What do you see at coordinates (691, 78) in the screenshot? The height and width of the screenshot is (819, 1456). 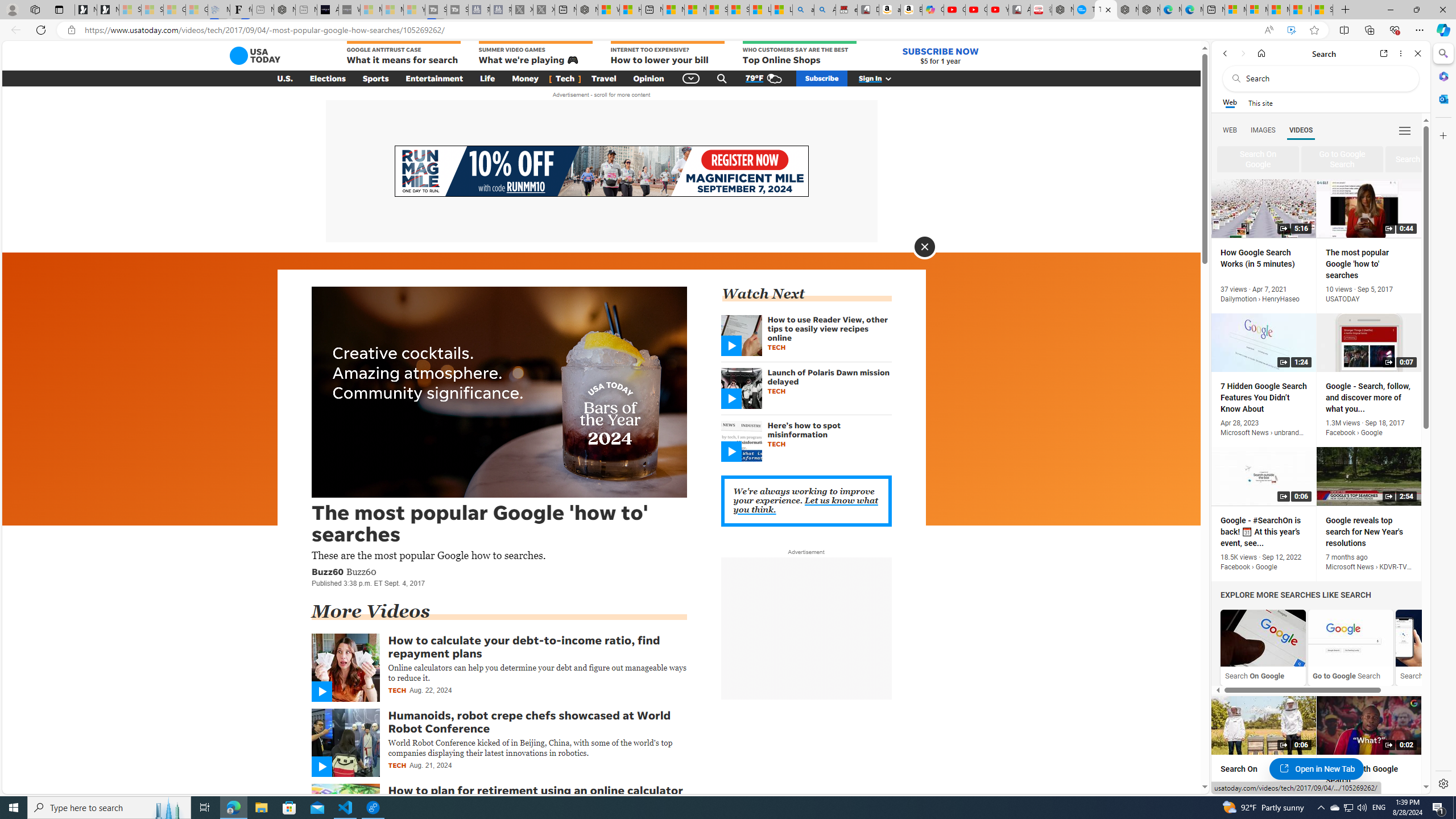 I see `'Global Navigation'` at bounding box center [691, 78].